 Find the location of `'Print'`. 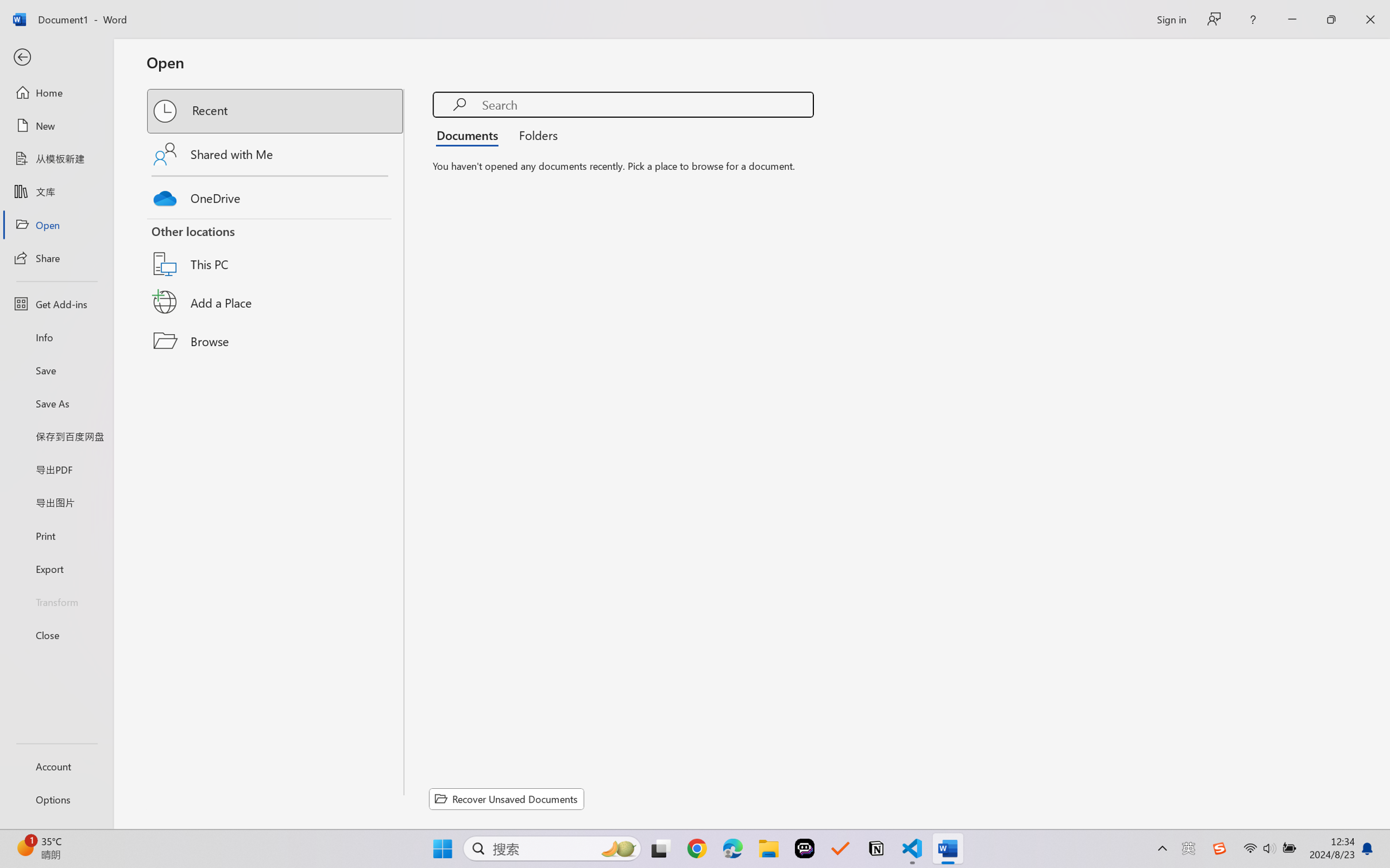

'Print' is located at coordinates (56, 536).